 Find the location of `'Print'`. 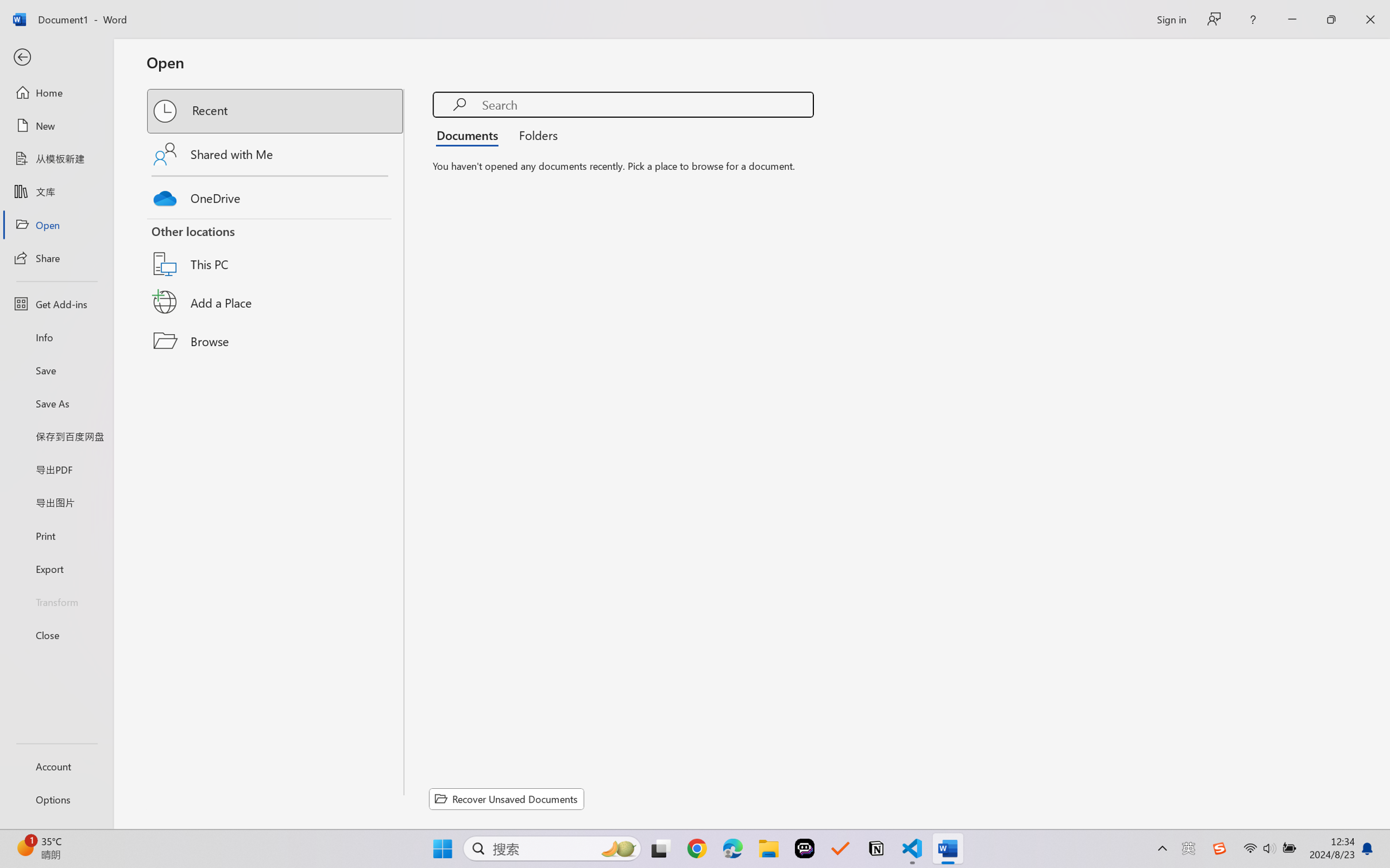

'Print' is located at coordinates (56, 536).